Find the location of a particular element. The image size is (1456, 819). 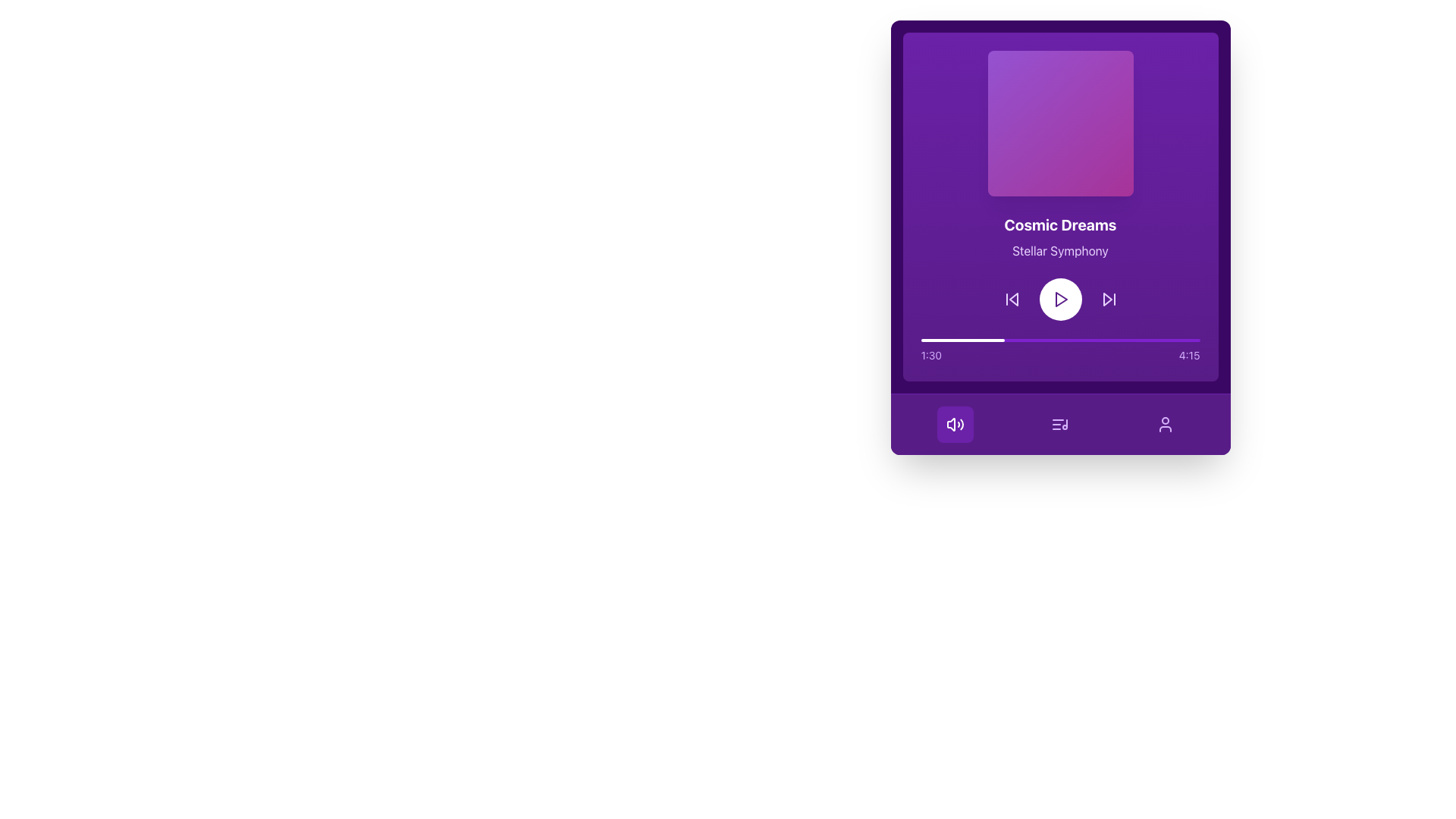

the white rectangular progress indicator bar located within the full-width purple progress bar at the bottom of the music player card is located at coordinates (962, 339).